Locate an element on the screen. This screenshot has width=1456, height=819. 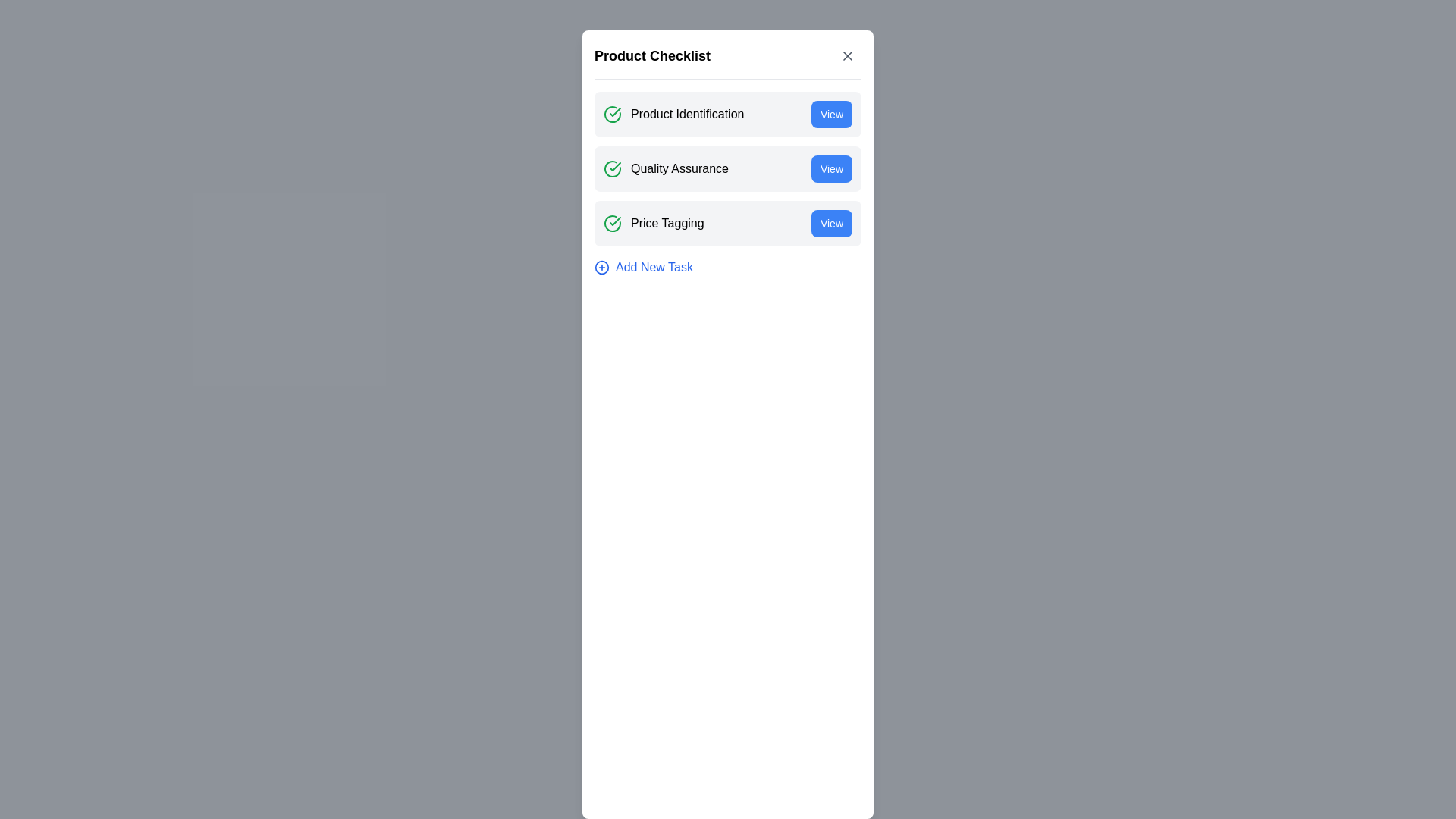
the completion icon for the 'Product Identification' task in the checklist, which signifies task verification and status completion is located at coordinates (615, 221).